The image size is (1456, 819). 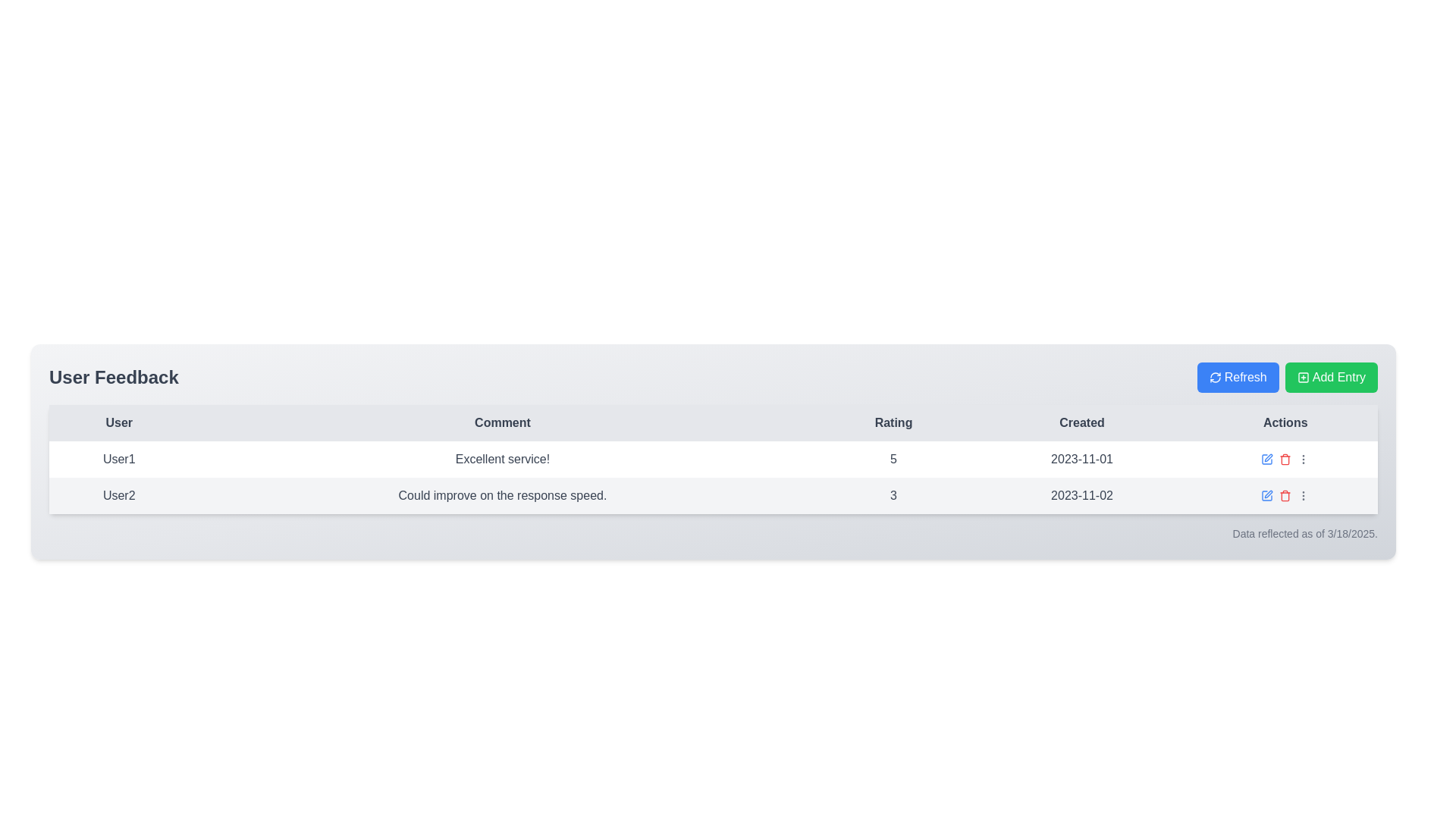 What do you see at coordinates (1304, 533) in the screenshot?
I see `the Label displaying 'Data reflected as of 3/18/2025.' located at the bottom right of the interface` at bounding box center [1304, 533].